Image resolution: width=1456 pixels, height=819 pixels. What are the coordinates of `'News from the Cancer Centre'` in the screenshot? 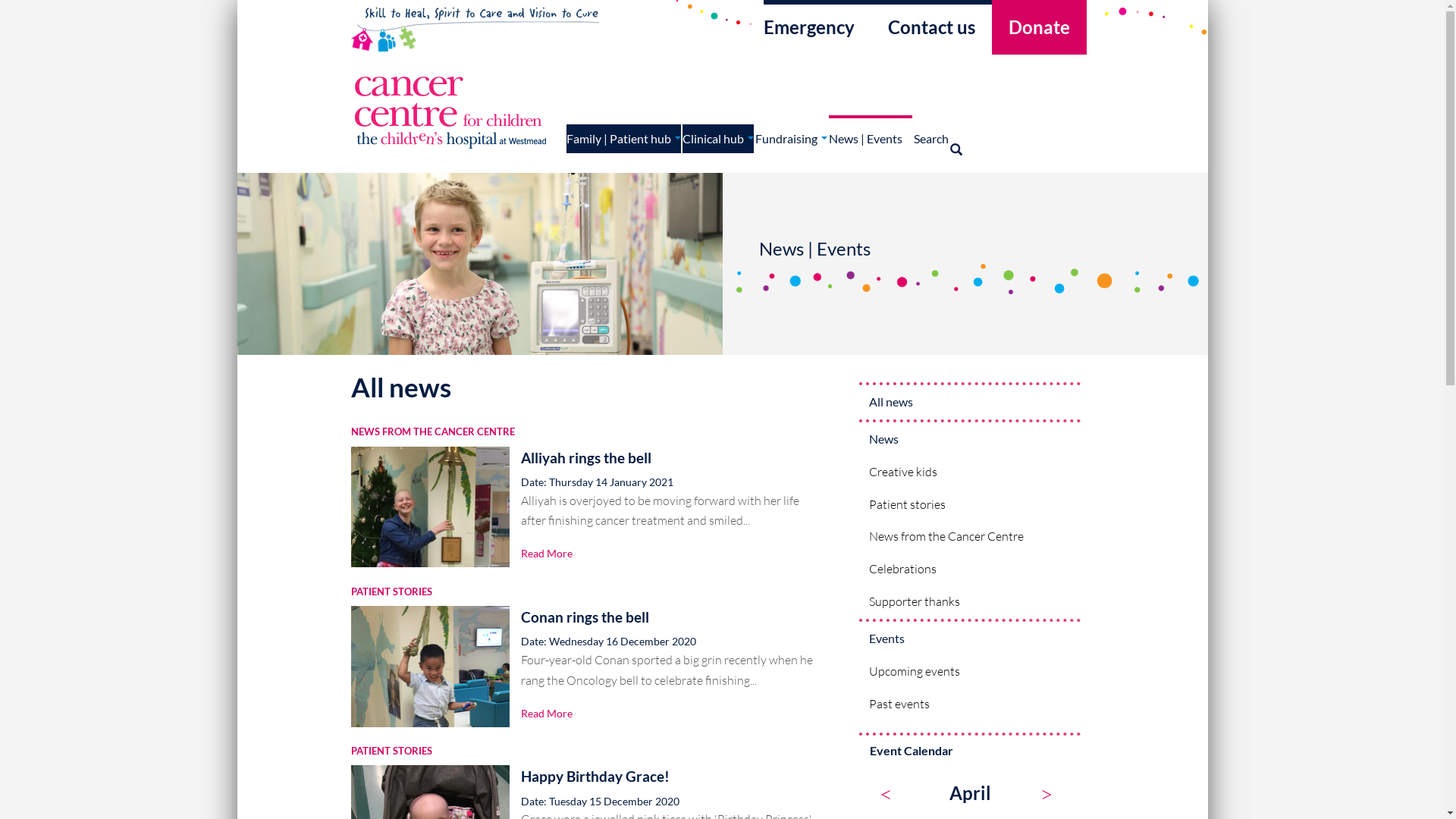 It's located at (858, 535).